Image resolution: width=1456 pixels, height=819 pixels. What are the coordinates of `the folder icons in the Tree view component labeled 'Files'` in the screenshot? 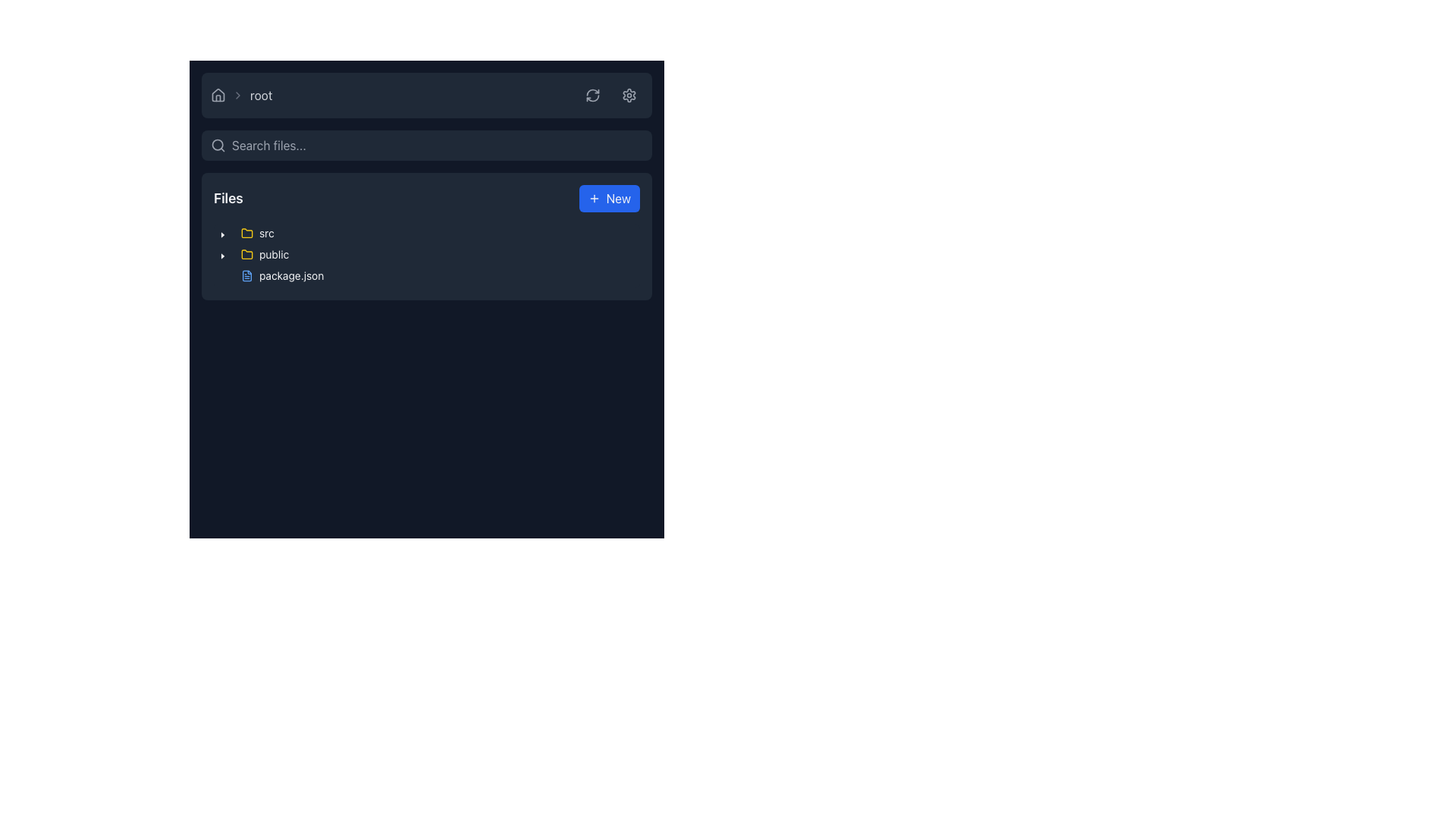 It's located at (425, 256).